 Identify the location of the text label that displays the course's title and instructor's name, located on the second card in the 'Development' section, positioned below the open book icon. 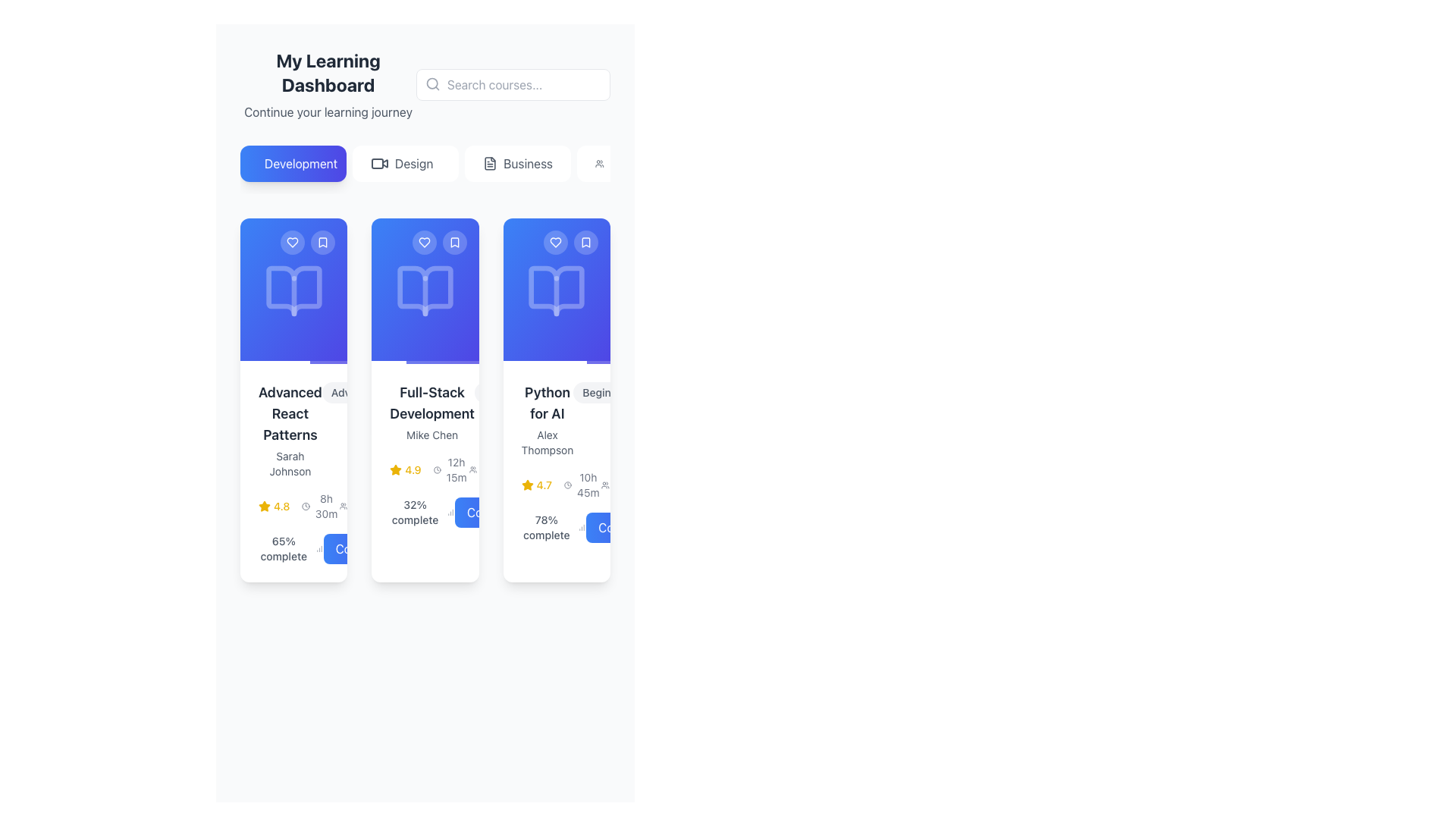
(425, 412).